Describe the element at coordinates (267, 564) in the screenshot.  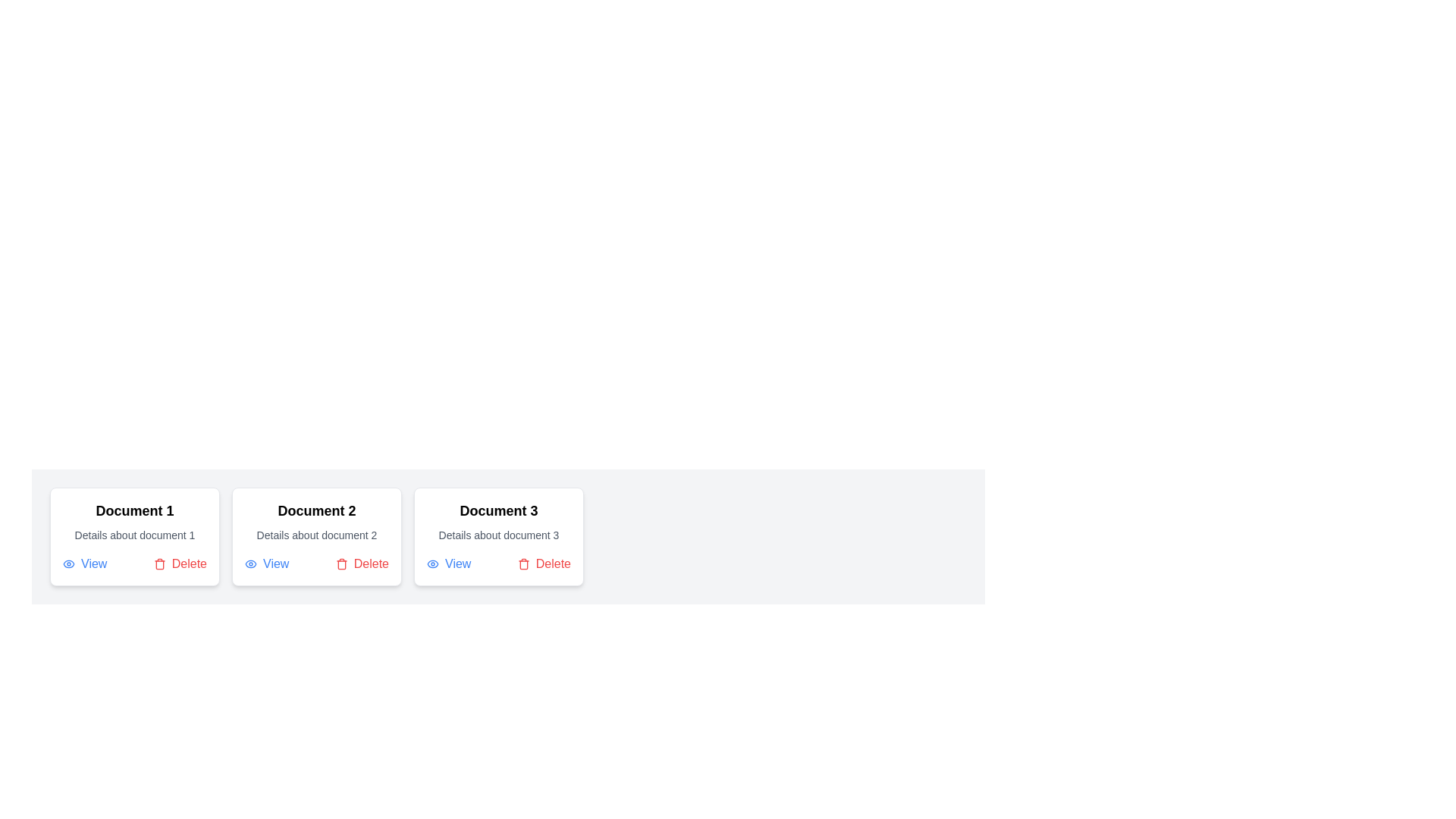
I see `the 'View' button-like interactive text with an eye-shaped icon located in the second column of the three-column layout for 'Document 2' to possibly see a tooltip` at that location.